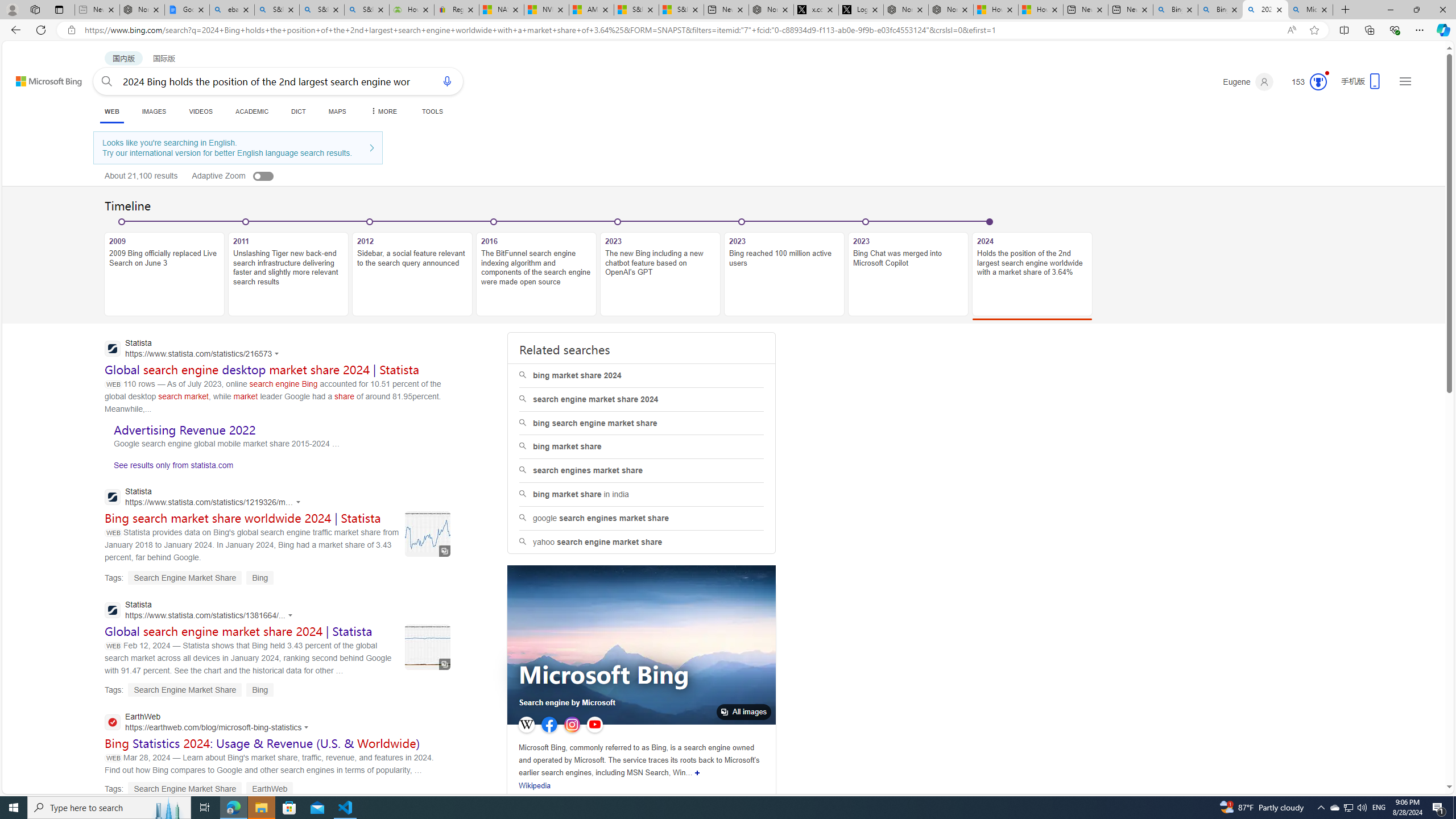 This screenshot has width=1456, height=819. Describe the element at coordinates (446, 80) in the screenshot. I see `'Search using voice'` at that location.